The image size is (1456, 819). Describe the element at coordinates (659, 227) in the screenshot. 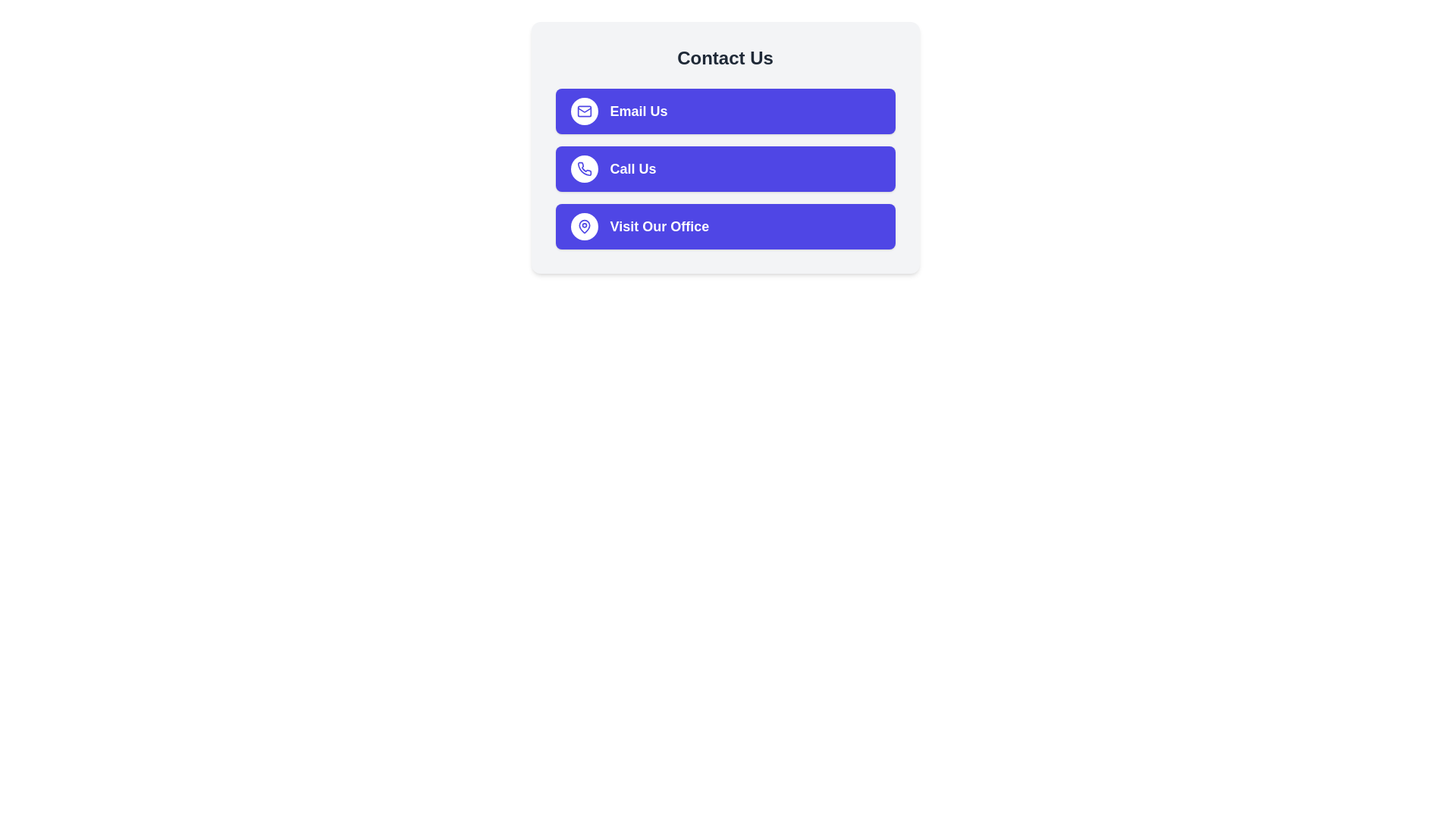

I see `text content of the label indicating the action of visiting the office, located within the third button of the vertically aligned list in the 'Contact Us' card` at that location.